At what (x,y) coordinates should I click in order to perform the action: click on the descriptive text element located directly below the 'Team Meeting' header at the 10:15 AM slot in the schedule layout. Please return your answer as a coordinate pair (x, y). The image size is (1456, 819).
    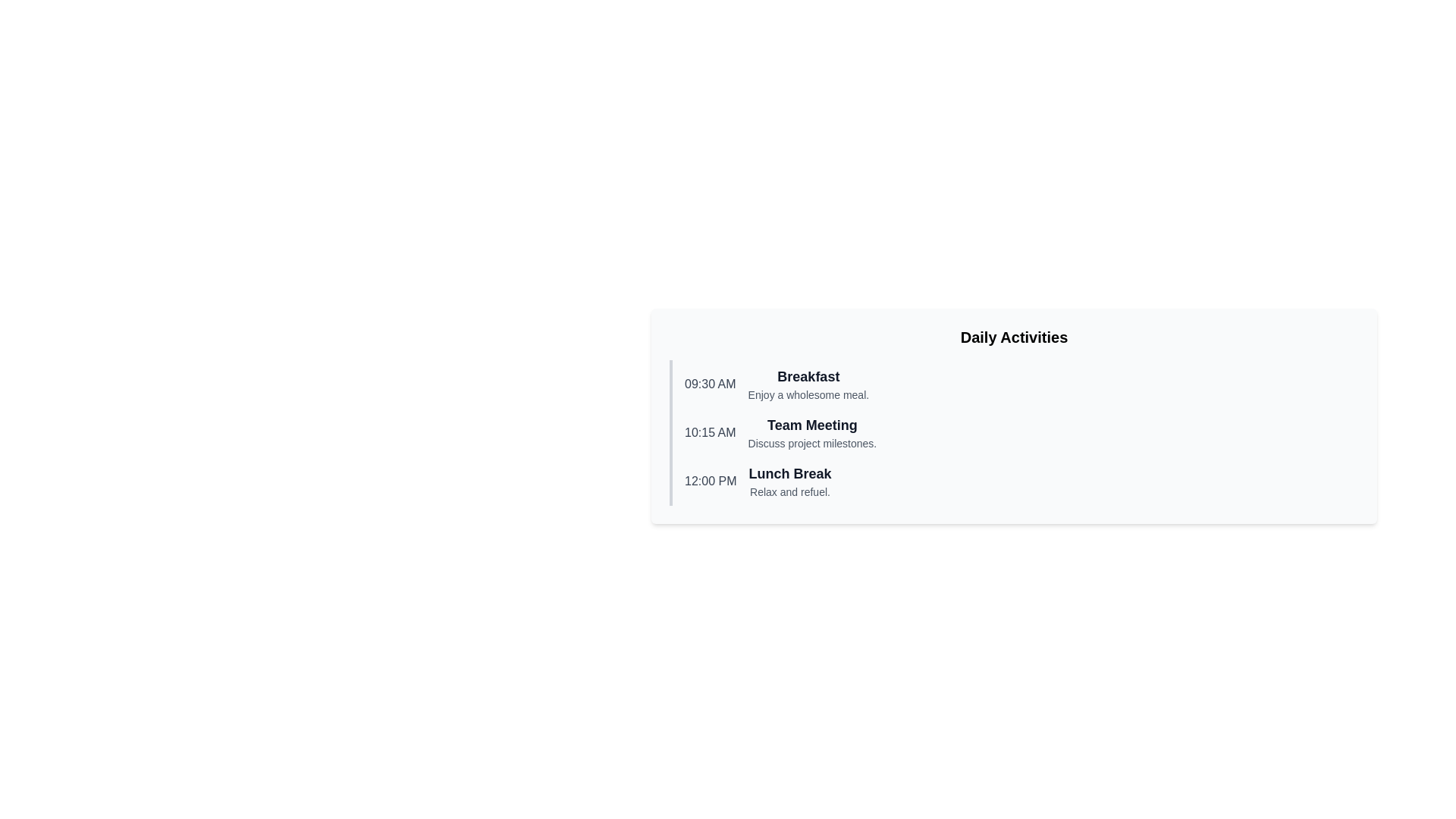
    Looking at the image, I should click on (811, 444).